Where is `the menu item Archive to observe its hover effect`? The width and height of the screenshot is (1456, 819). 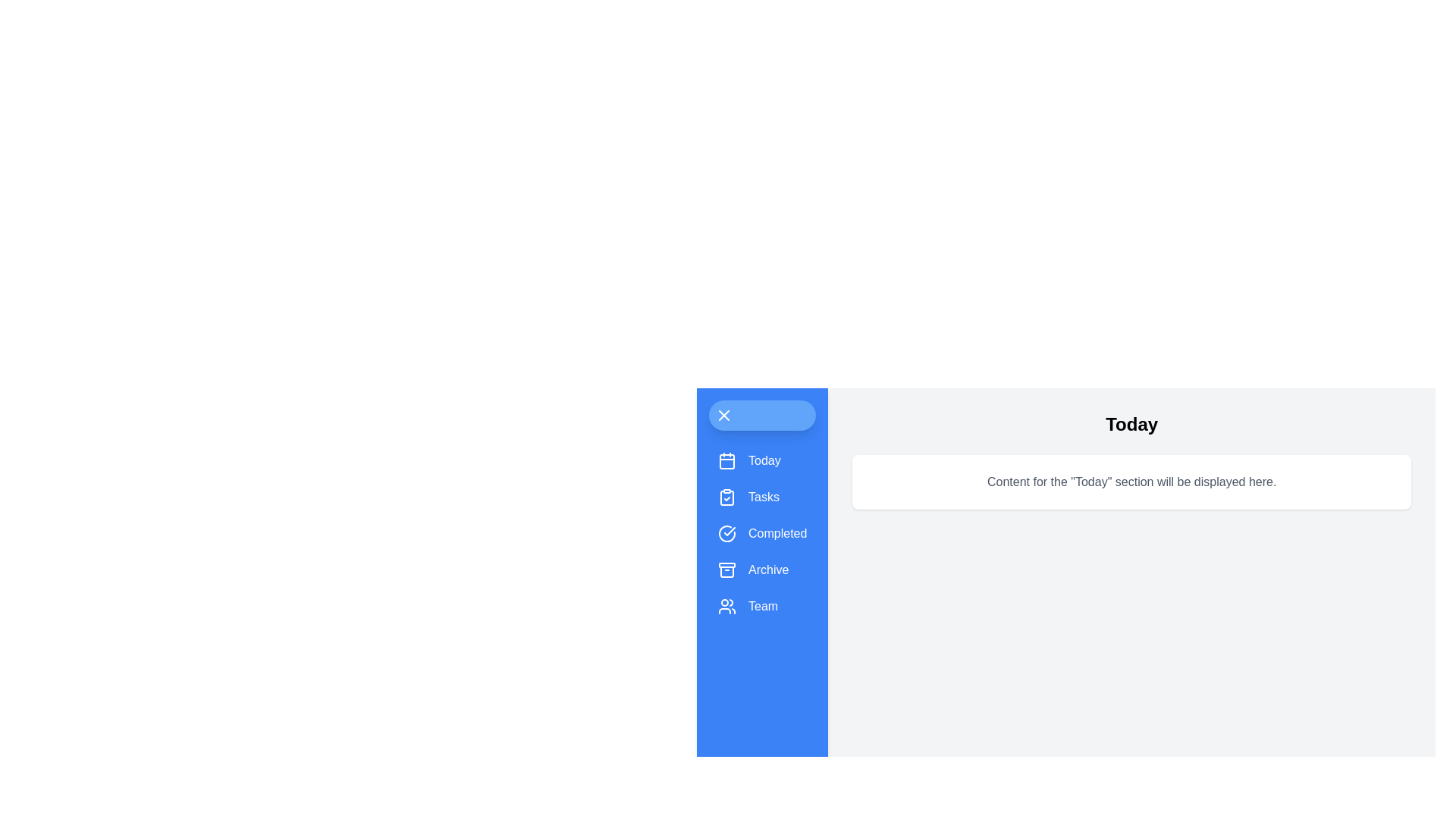 the menu item Archive to observe its hover effect is located at coordinates (762, 570).